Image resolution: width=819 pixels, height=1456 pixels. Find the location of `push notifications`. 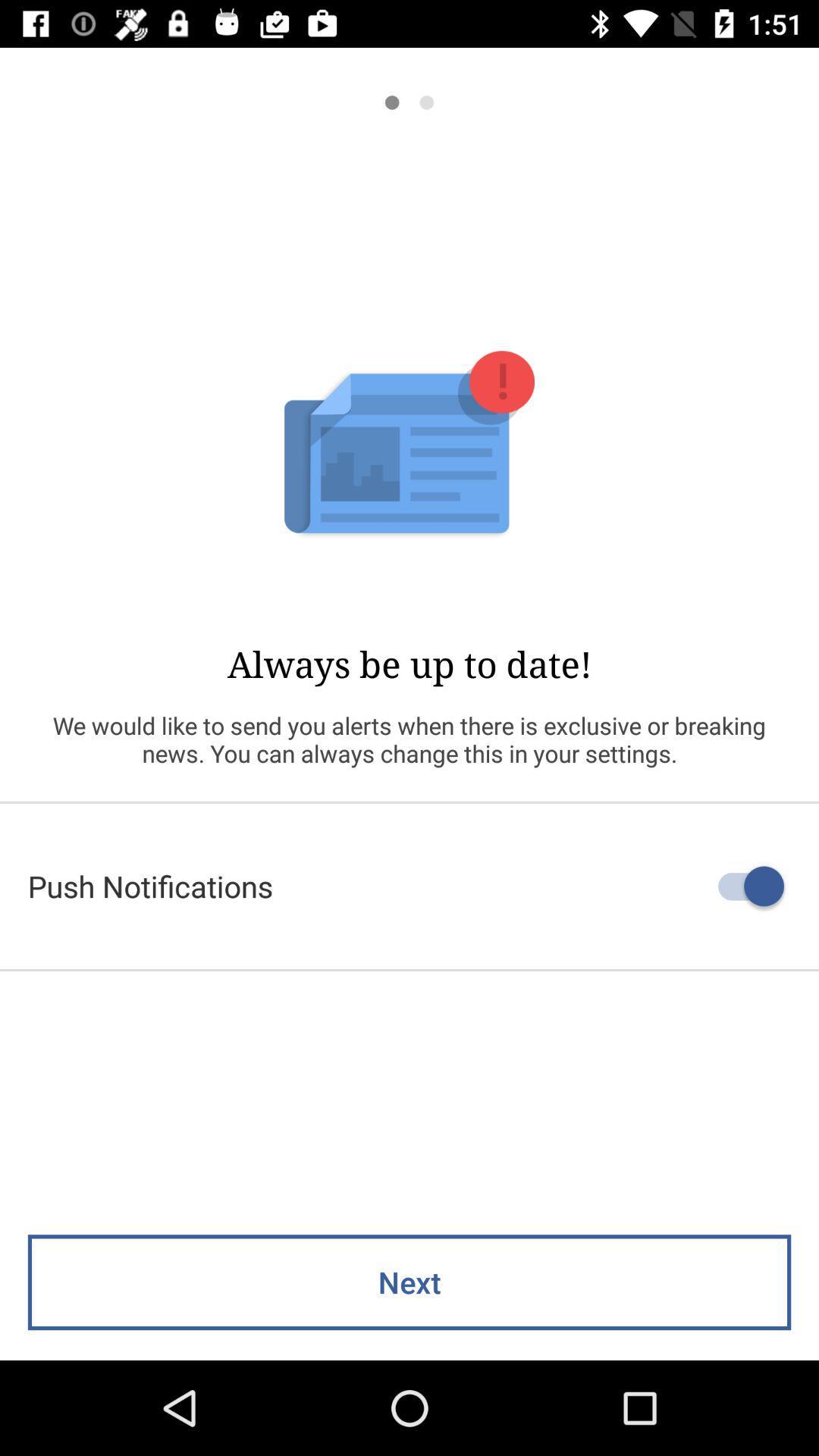

push notifications is located at coordinates (409, 886).